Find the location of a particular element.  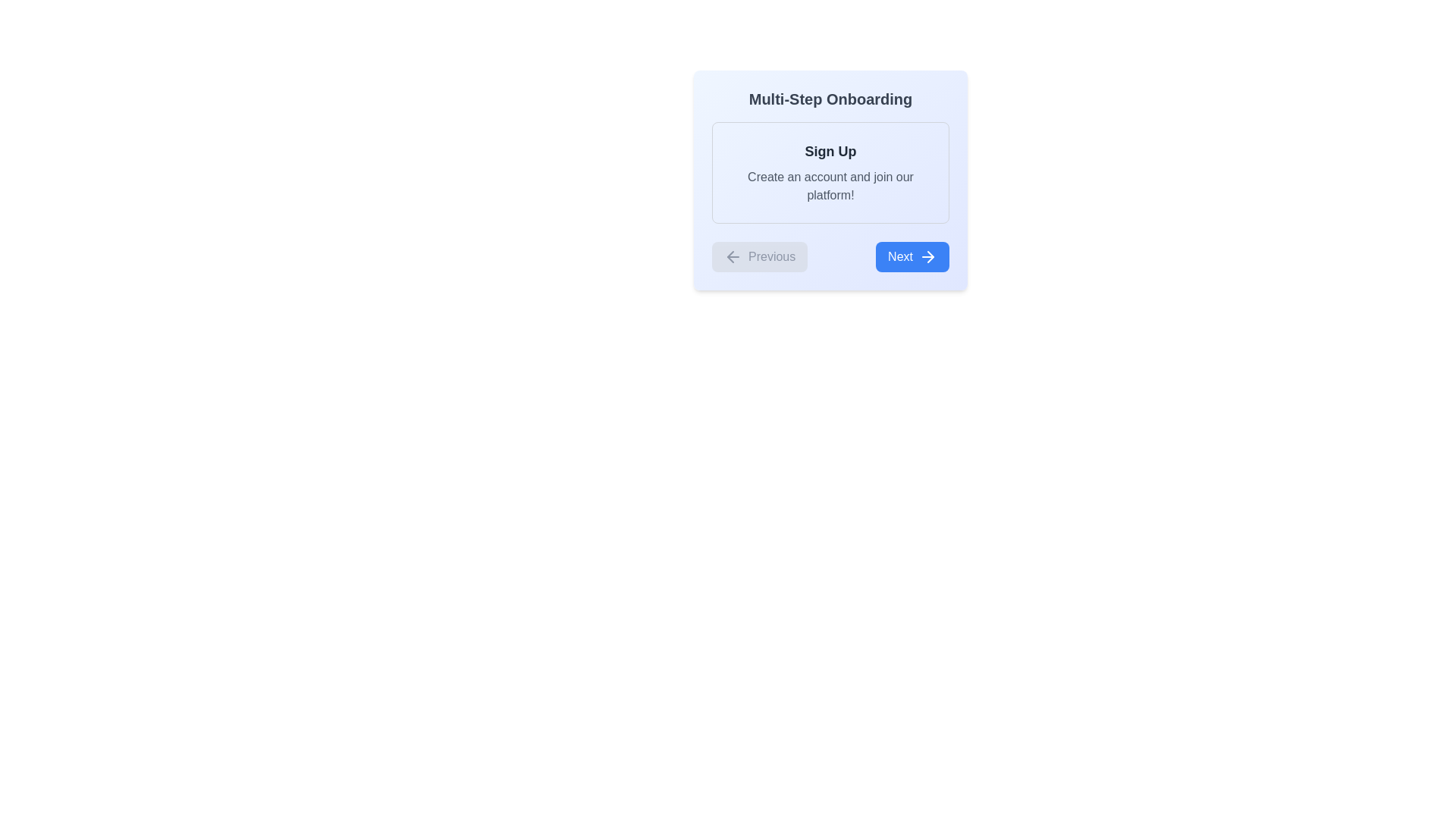

the blue rectangular button labeled 'Next' with rounded corners is located at coordinates (912, 256).